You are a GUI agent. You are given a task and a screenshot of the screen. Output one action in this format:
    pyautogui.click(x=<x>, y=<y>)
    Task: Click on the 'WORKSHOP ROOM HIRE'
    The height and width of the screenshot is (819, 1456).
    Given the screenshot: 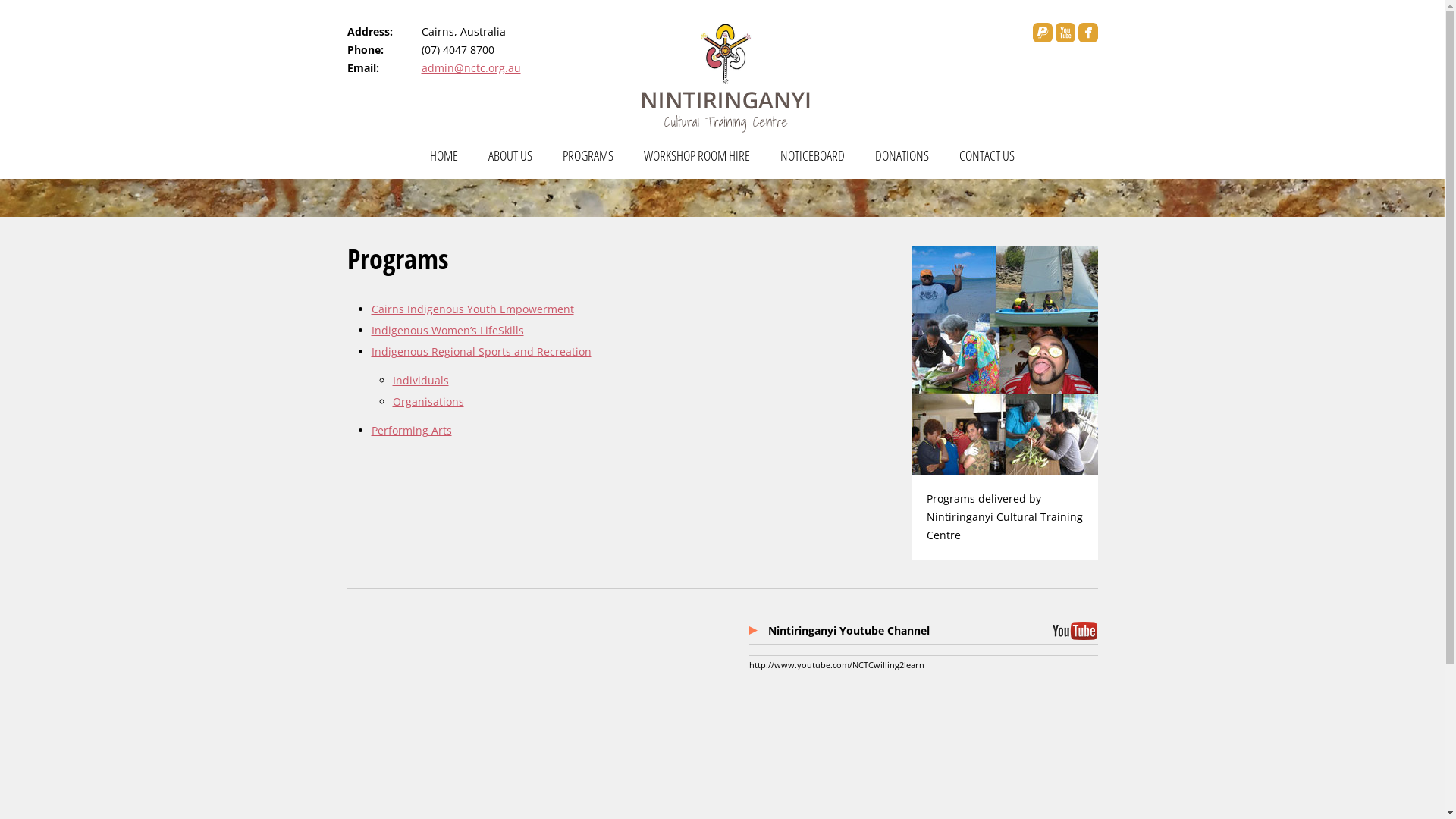 What is the action you would take?
    pyautogui.click(x=695, y=161)
    